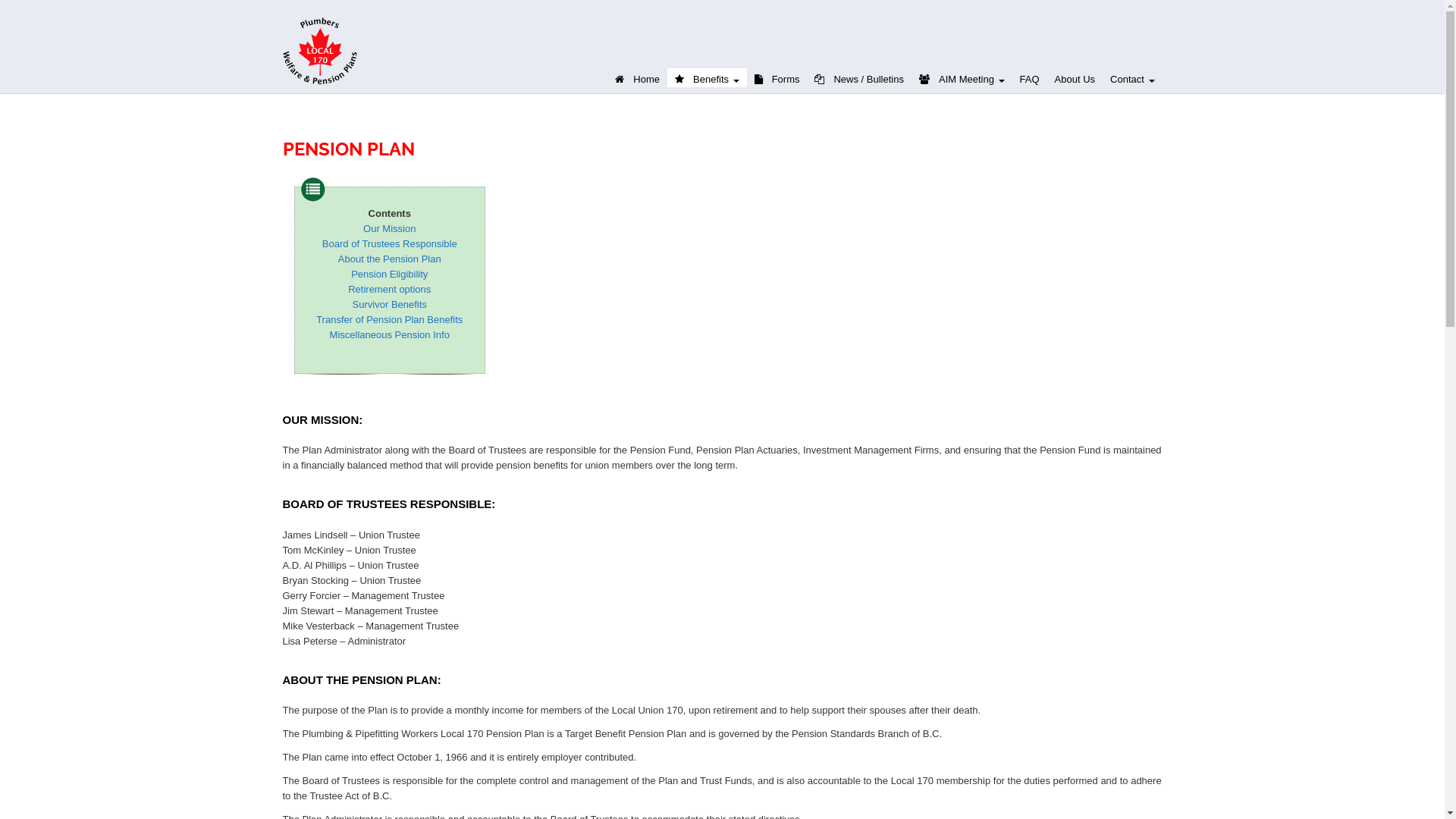 Image resolution: width=1456 pixels, height=819 pixels. I want to click on 'FAQ', so click(1030, 77).